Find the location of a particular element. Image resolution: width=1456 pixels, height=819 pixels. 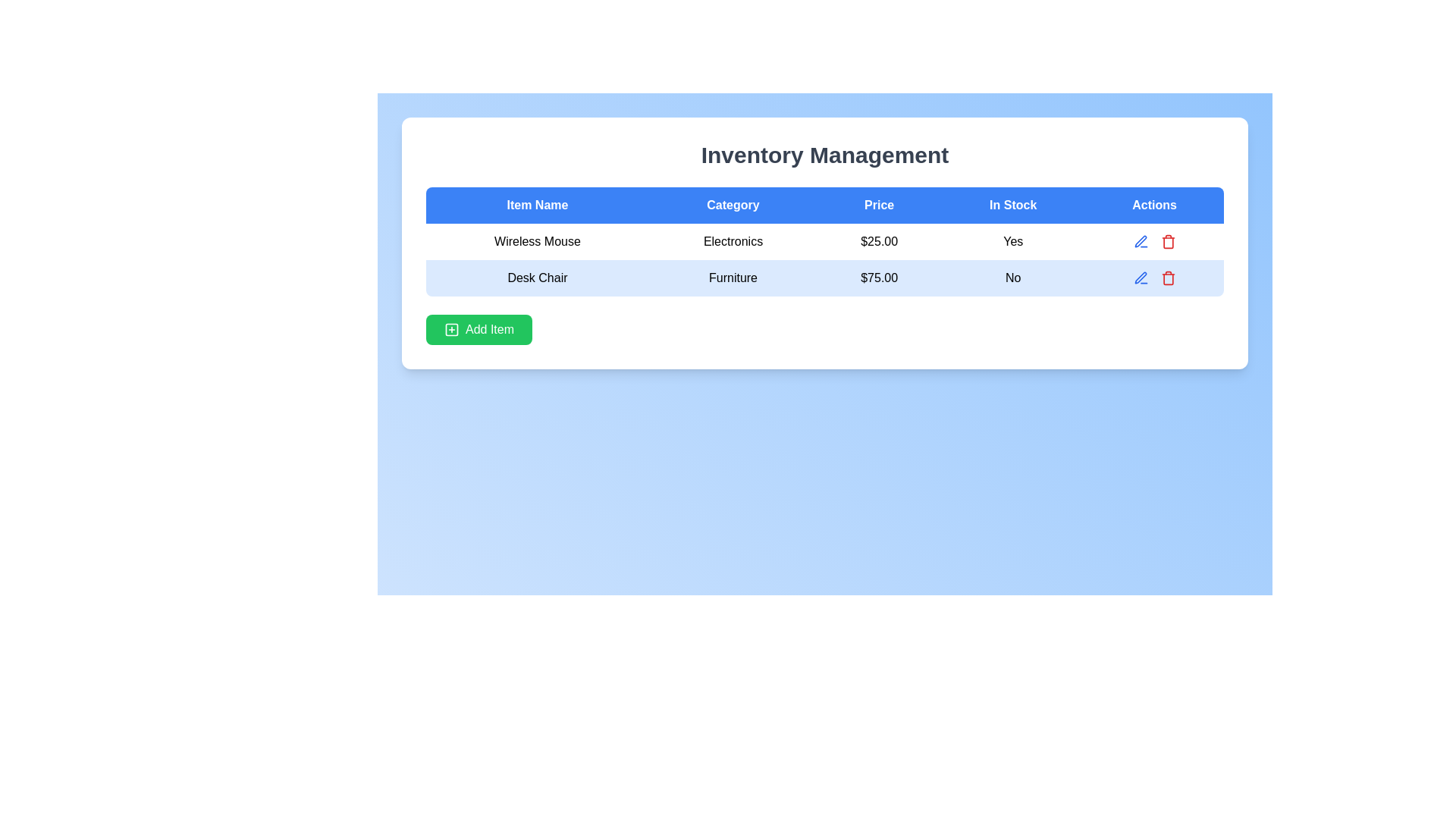

the static text label displaying 'Yes' in the 'In Stock' column for 'Wireless Mouse' located in the Inventory Management section is located at coordinates (1013, 241).